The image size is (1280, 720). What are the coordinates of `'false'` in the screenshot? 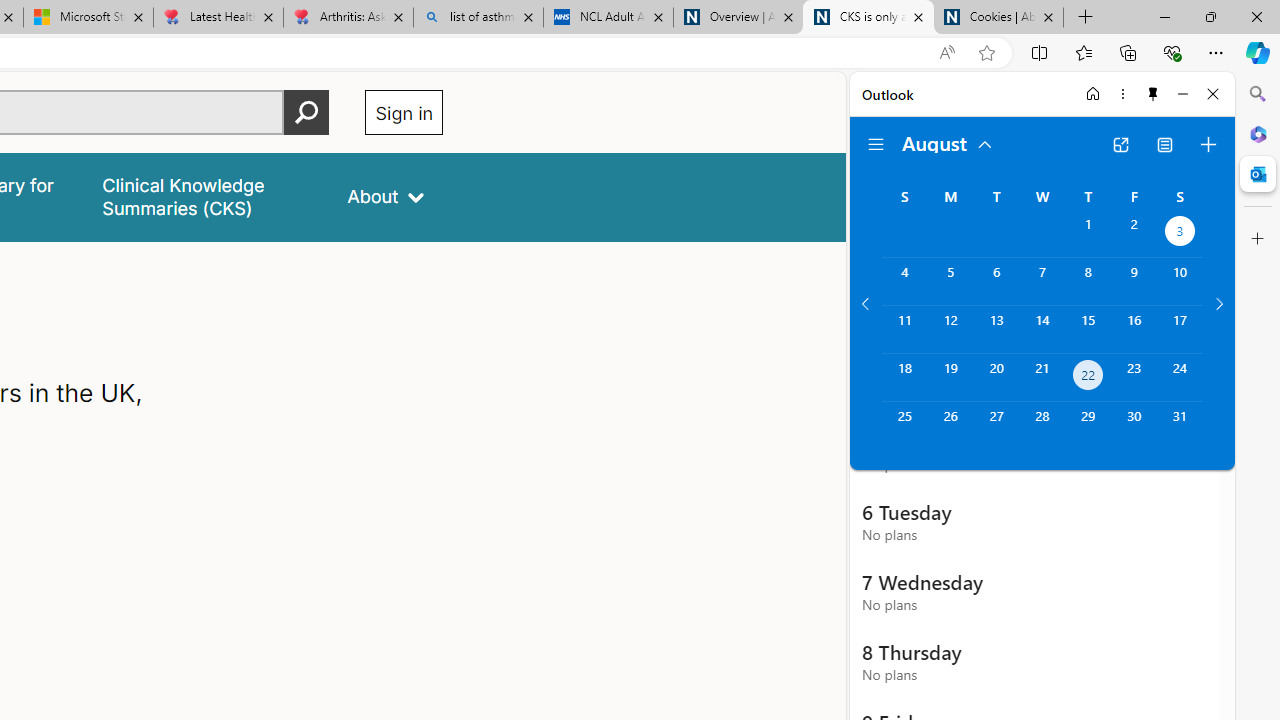 It's located at (207, 197).